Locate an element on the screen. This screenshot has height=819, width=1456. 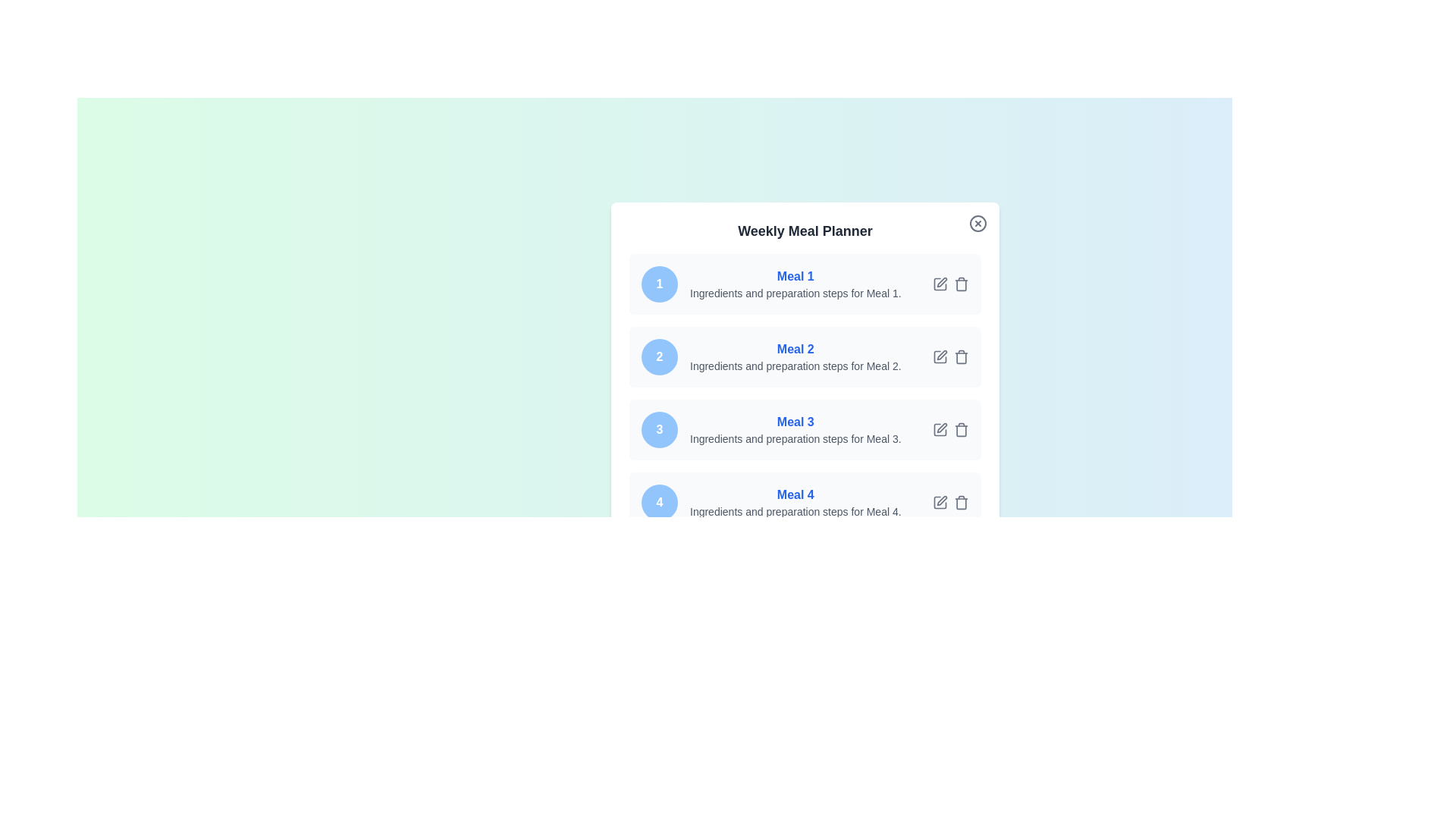
the title of the weekly meal planner to observe its text is located at coordinates (804, 231).